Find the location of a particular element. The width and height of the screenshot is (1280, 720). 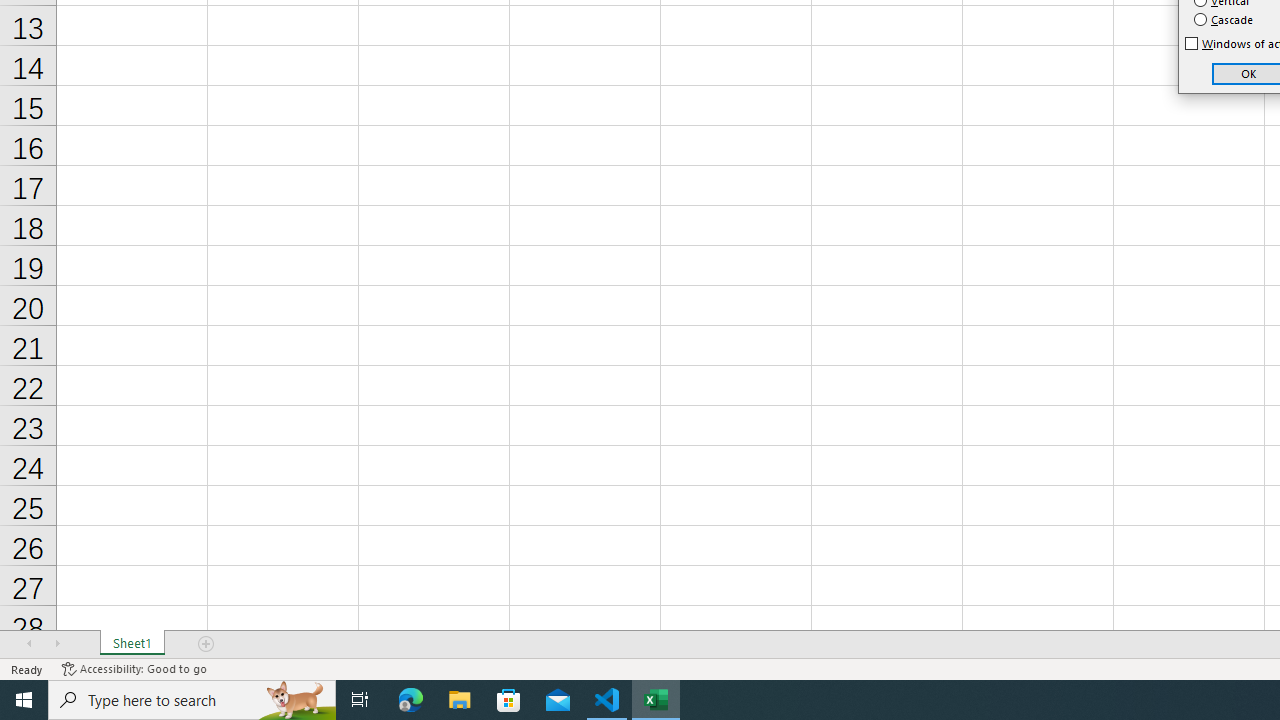

'Type here to search' is located at coordinates (192, 698).